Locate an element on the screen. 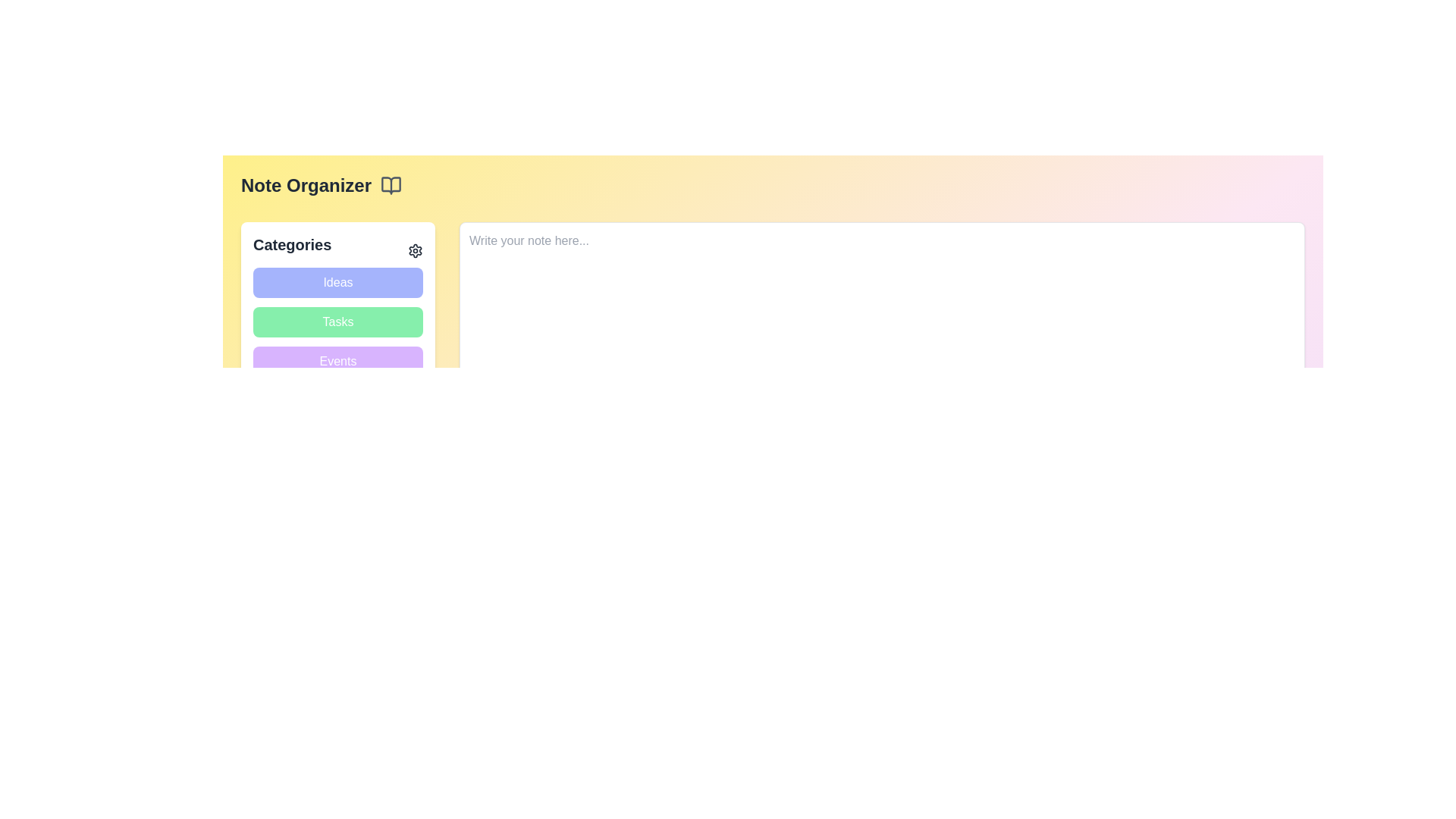  the green 'Tasks' button located in the left sidebar is located at coordinates (337, 321).